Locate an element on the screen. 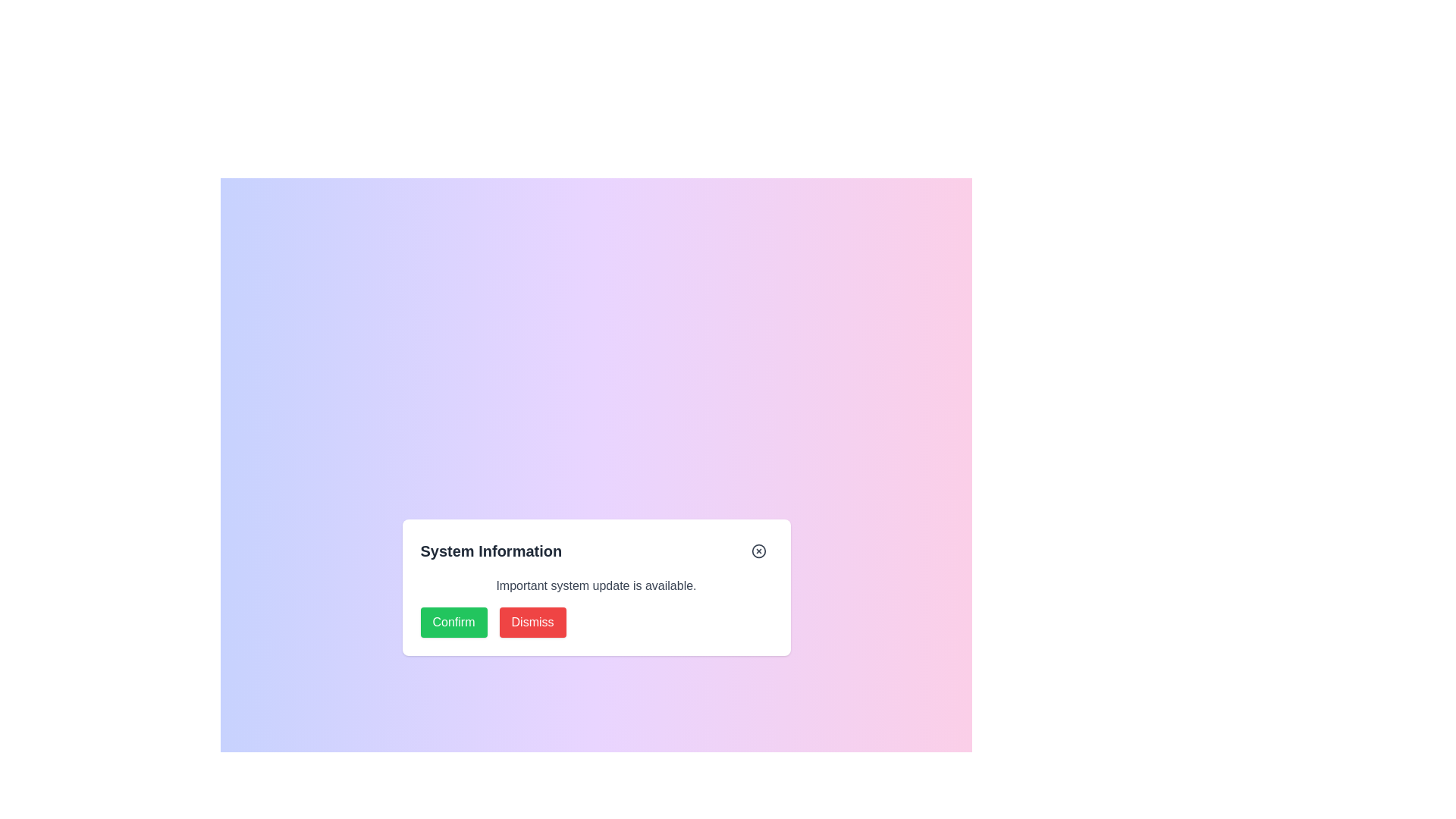 This screenshot has height=819, width=1456. the confirm button located at the center bottom of the 'System Information' modal dialog, just below the 'Important system update is available.' message to confirm the action is located at coordinates (453, 623).